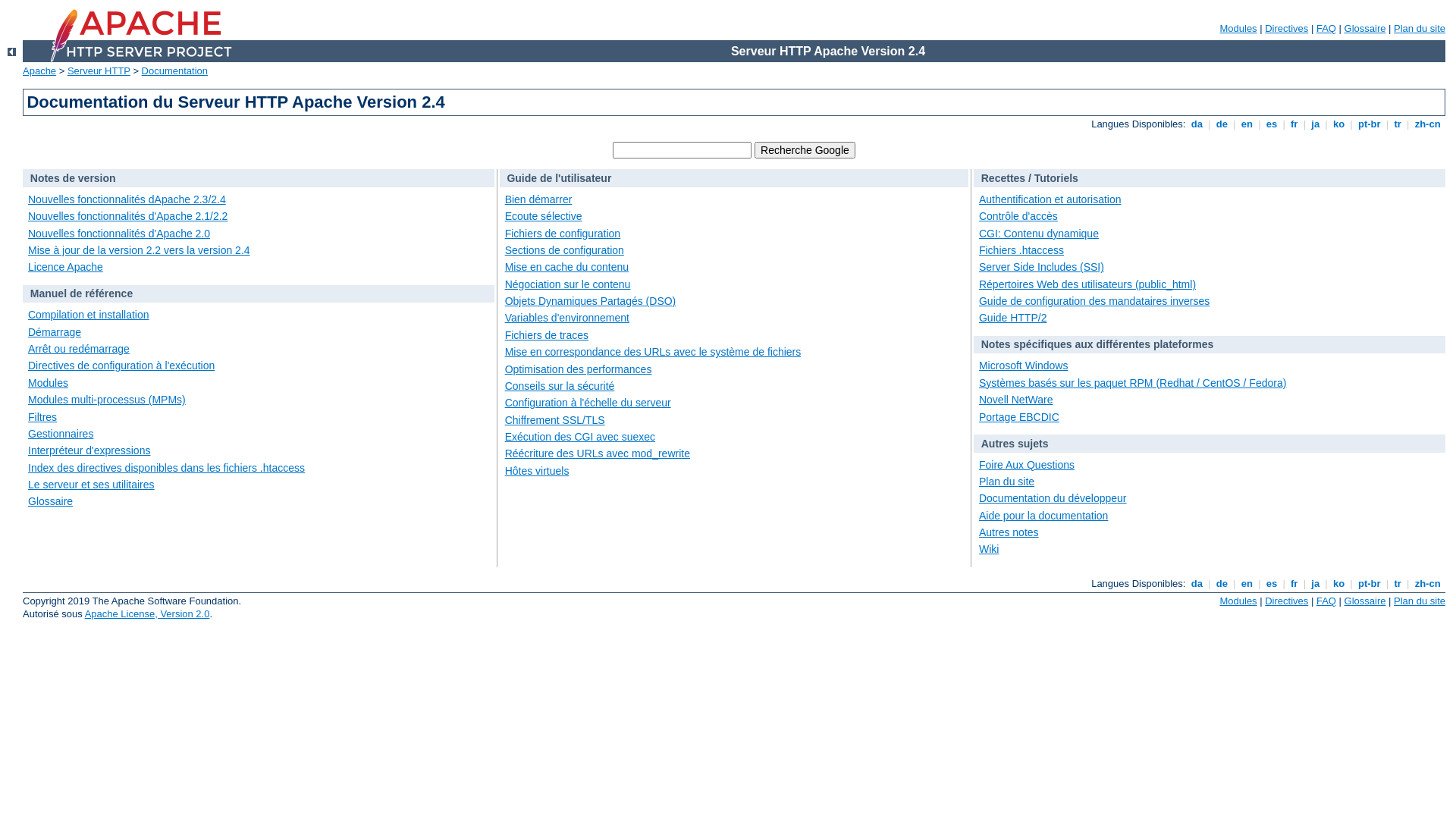 The width and height of the screenshot is (1456, 819). Describe the element at coordinates (558, 177) in the screenshot. I see `'Guide de l'utilisateur'` at that location.